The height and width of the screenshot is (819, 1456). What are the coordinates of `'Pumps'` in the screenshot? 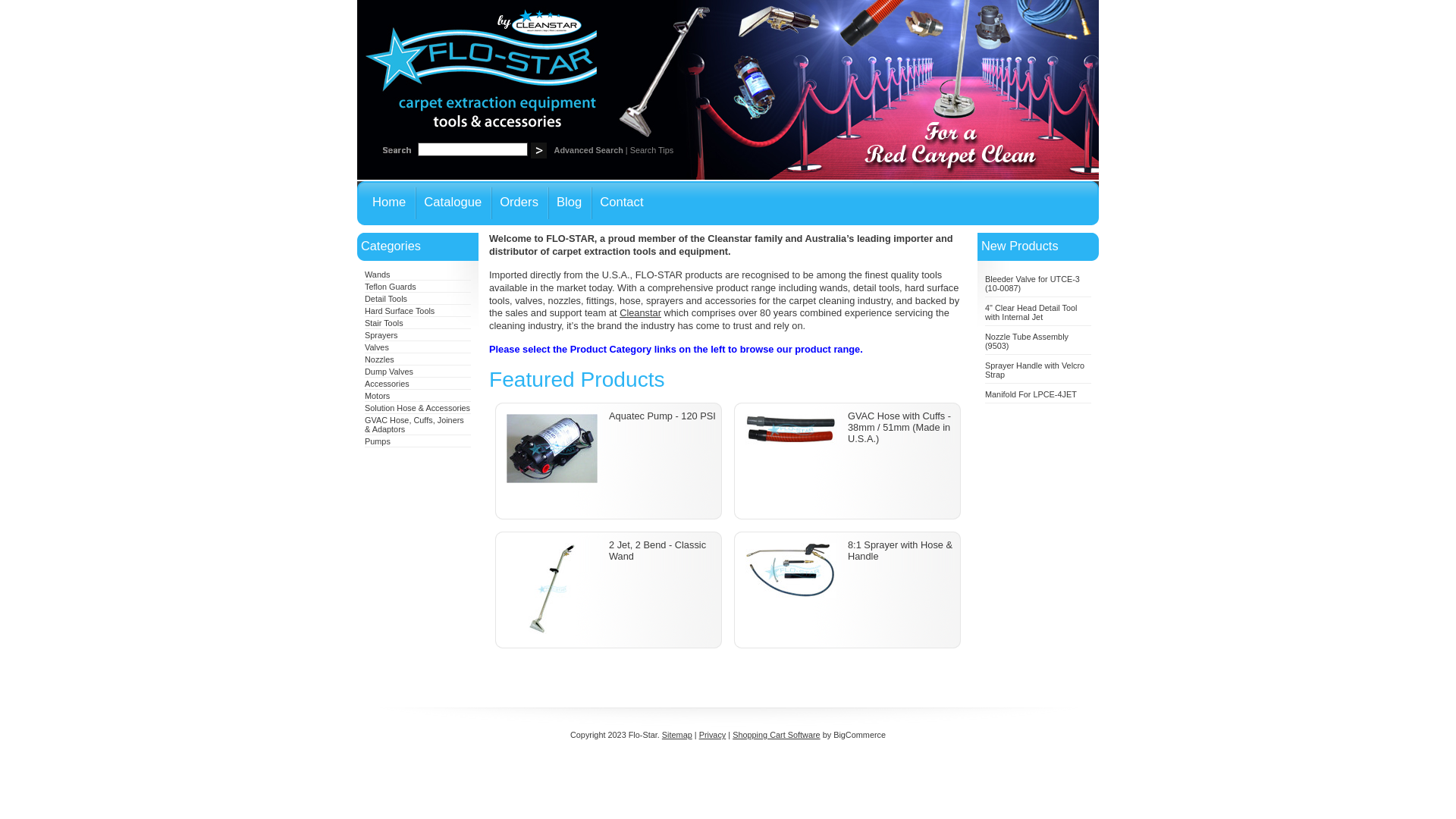 It's located at (378, 441).